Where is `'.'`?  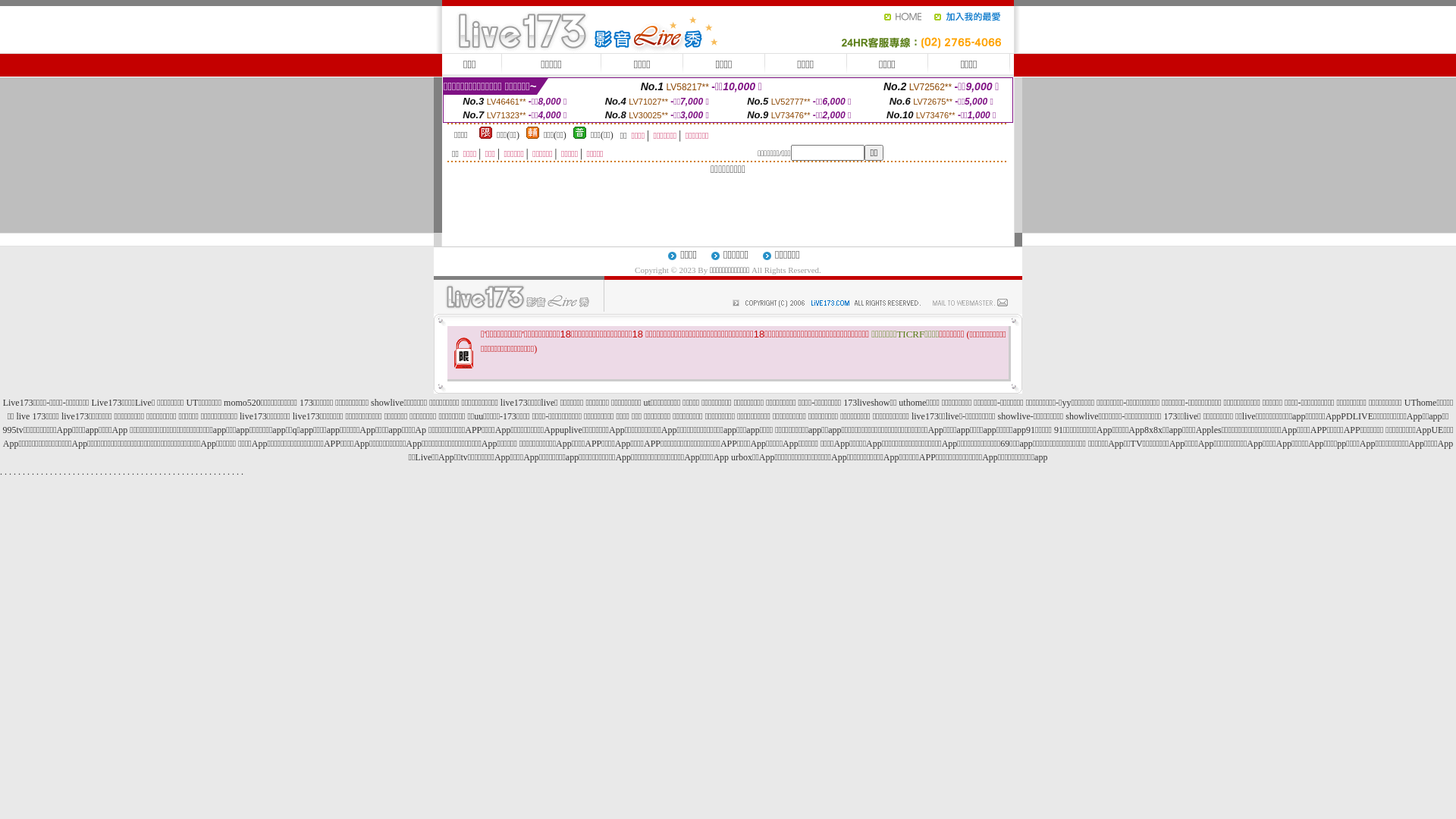
'.' is located at coordinates (127, 470).